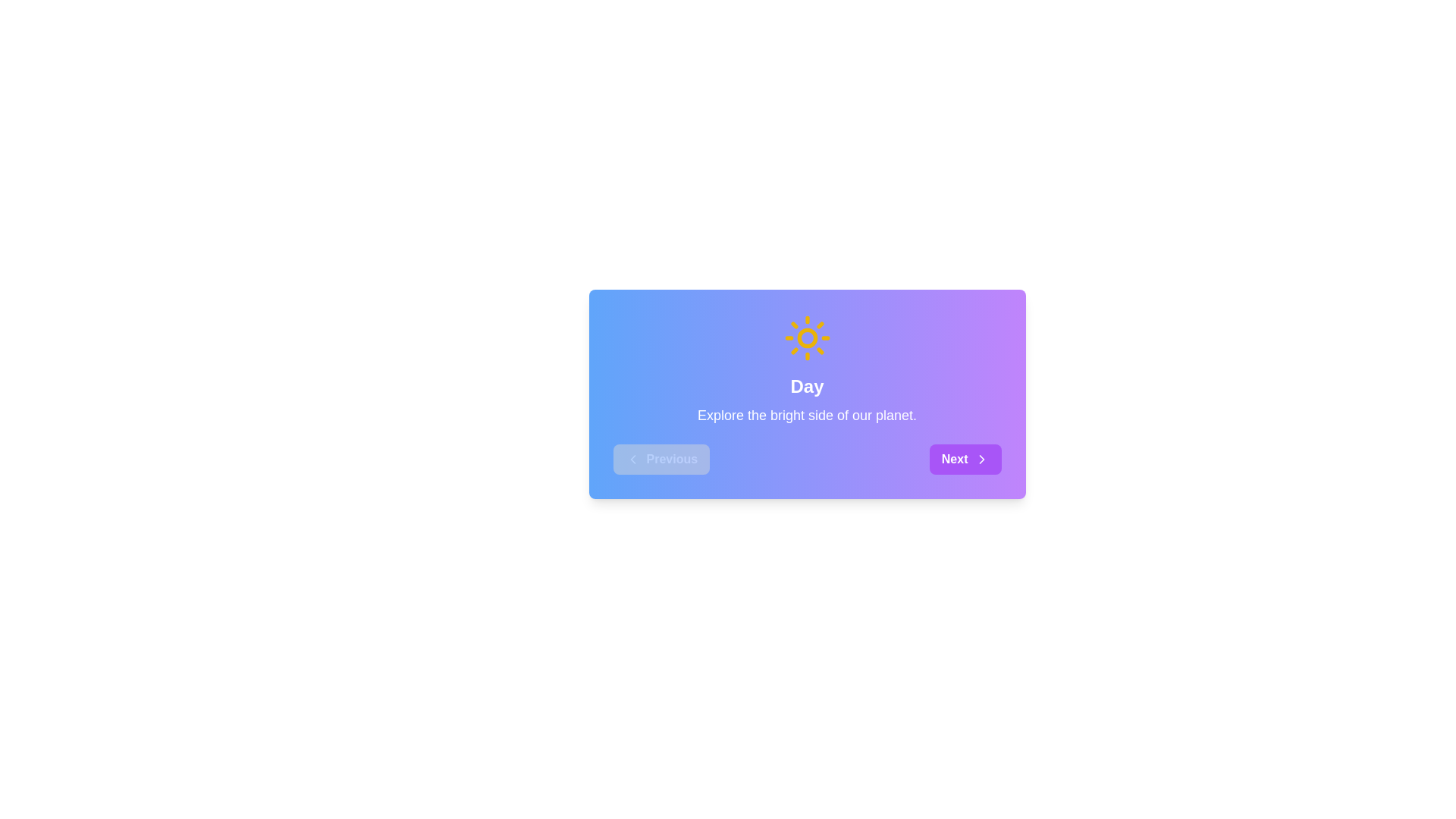 The image size is (1456, 819). Describe the element at coordinates (806, 415) in the screenshot. I see `the static text label displaying 'Explore the bright side of our planet.' which is located beneath the title text 'Day' and is center-aligned within a card layout` at that location.